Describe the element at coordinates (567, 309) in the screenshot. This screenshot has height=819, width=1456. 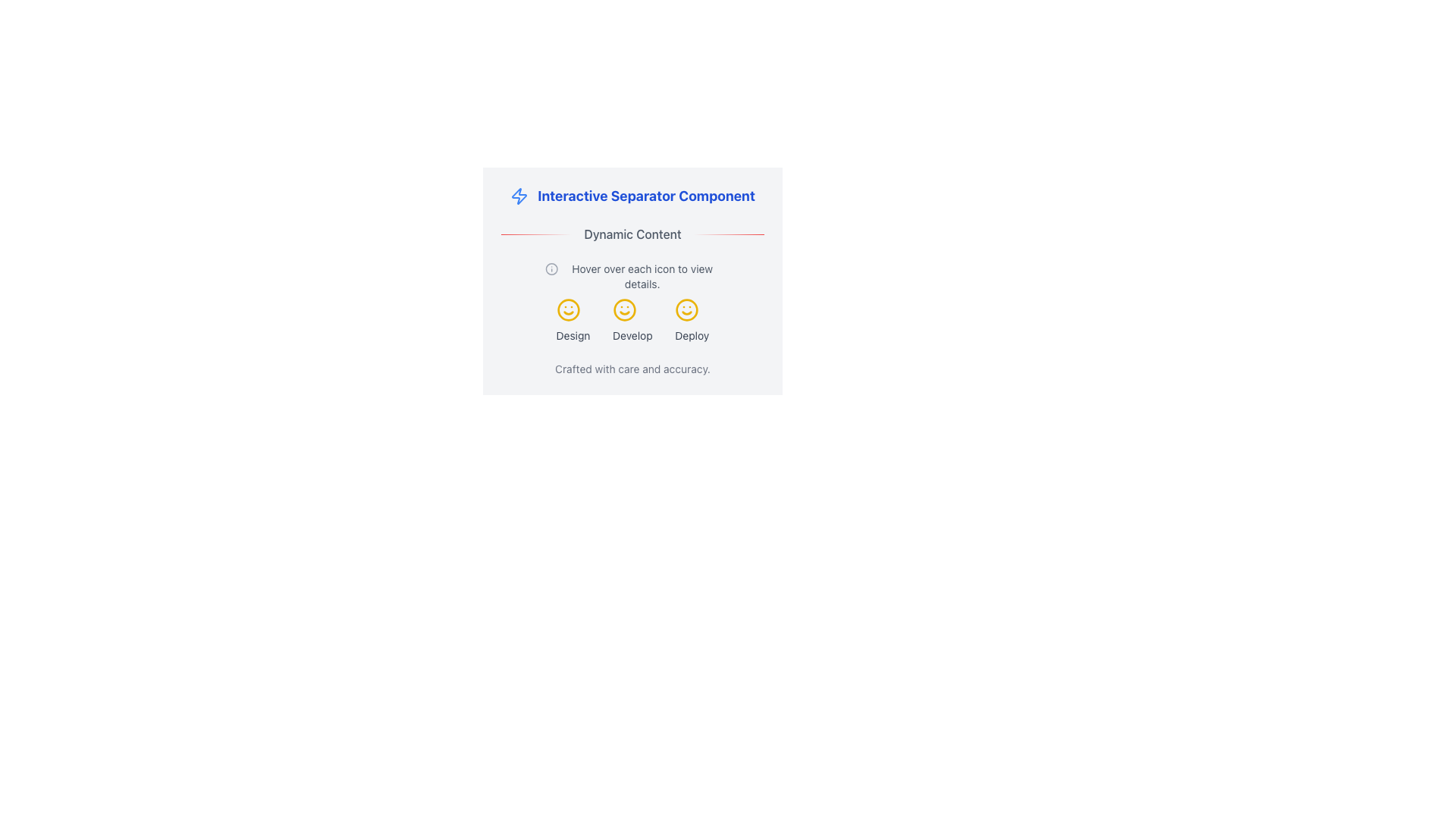
I see `the cheerful smiley face icon with a yellow outline located in the 'Design' section for information` at that location.